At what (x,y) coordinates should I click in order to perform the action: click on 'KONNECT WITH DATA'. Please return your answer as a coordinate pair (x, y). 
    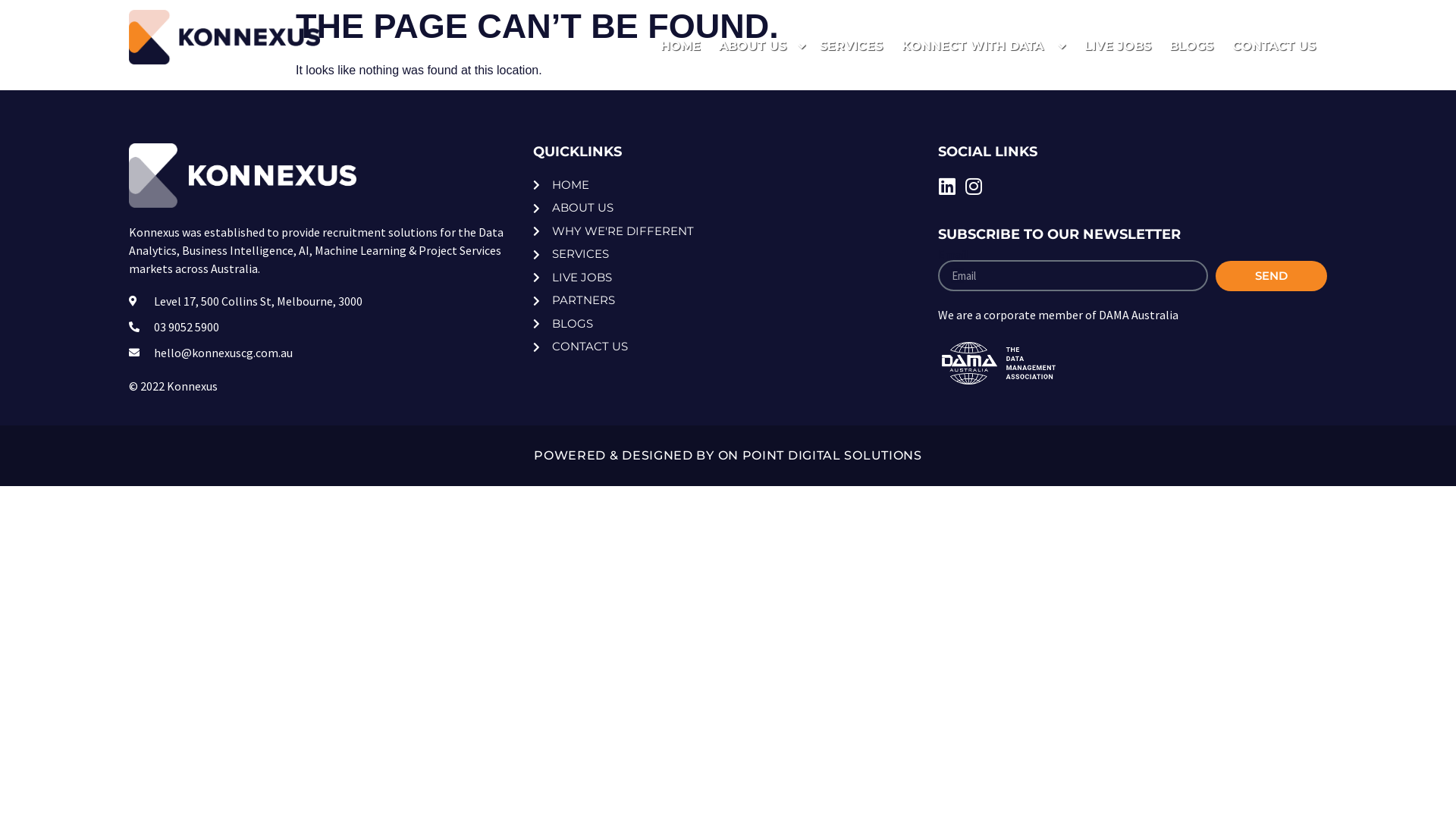
    Looking at the image, I should click on (972, 45).